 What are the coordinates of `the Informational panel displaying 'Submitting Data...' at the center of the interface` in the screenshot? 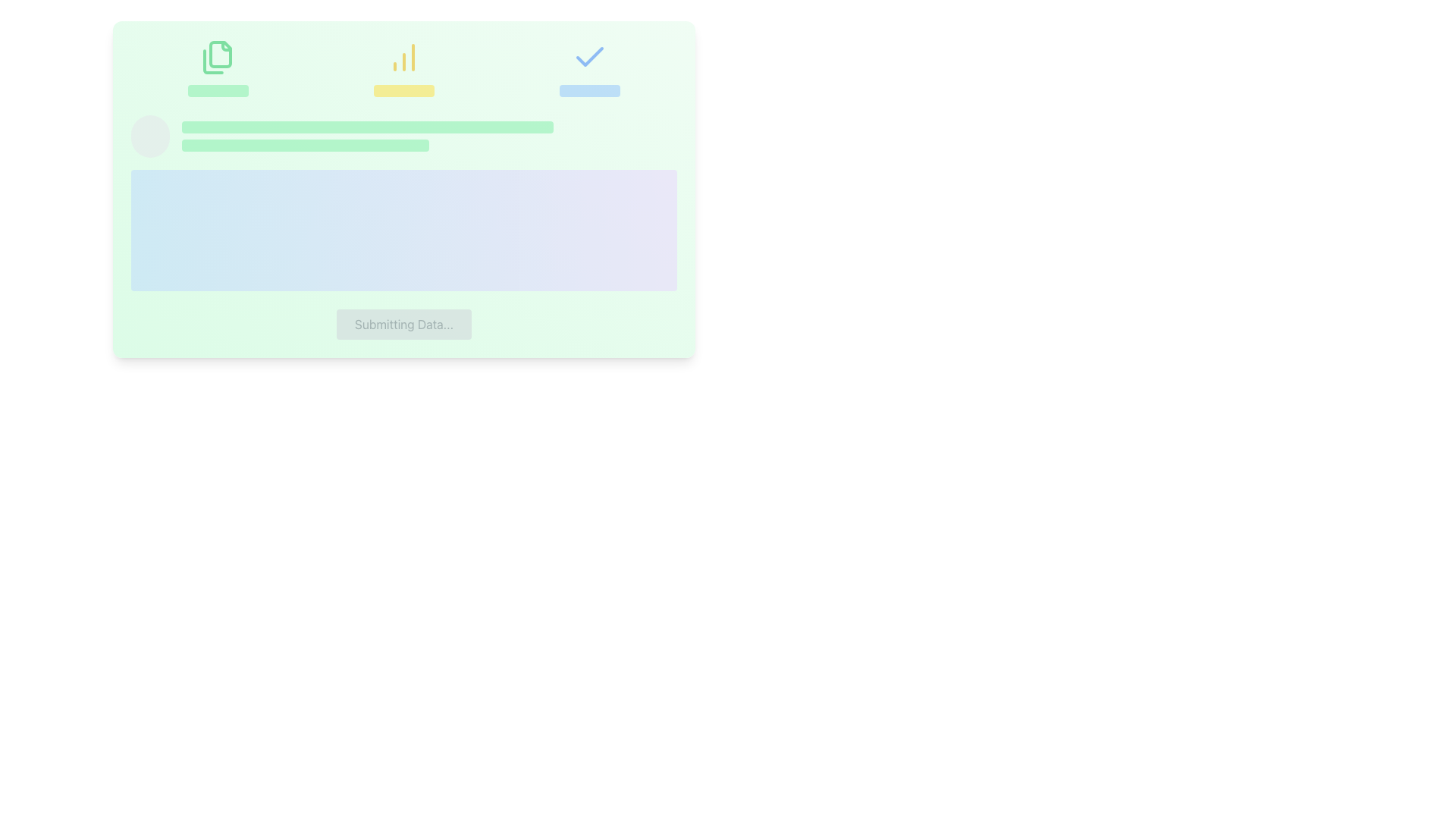 It's located at (403, 189).